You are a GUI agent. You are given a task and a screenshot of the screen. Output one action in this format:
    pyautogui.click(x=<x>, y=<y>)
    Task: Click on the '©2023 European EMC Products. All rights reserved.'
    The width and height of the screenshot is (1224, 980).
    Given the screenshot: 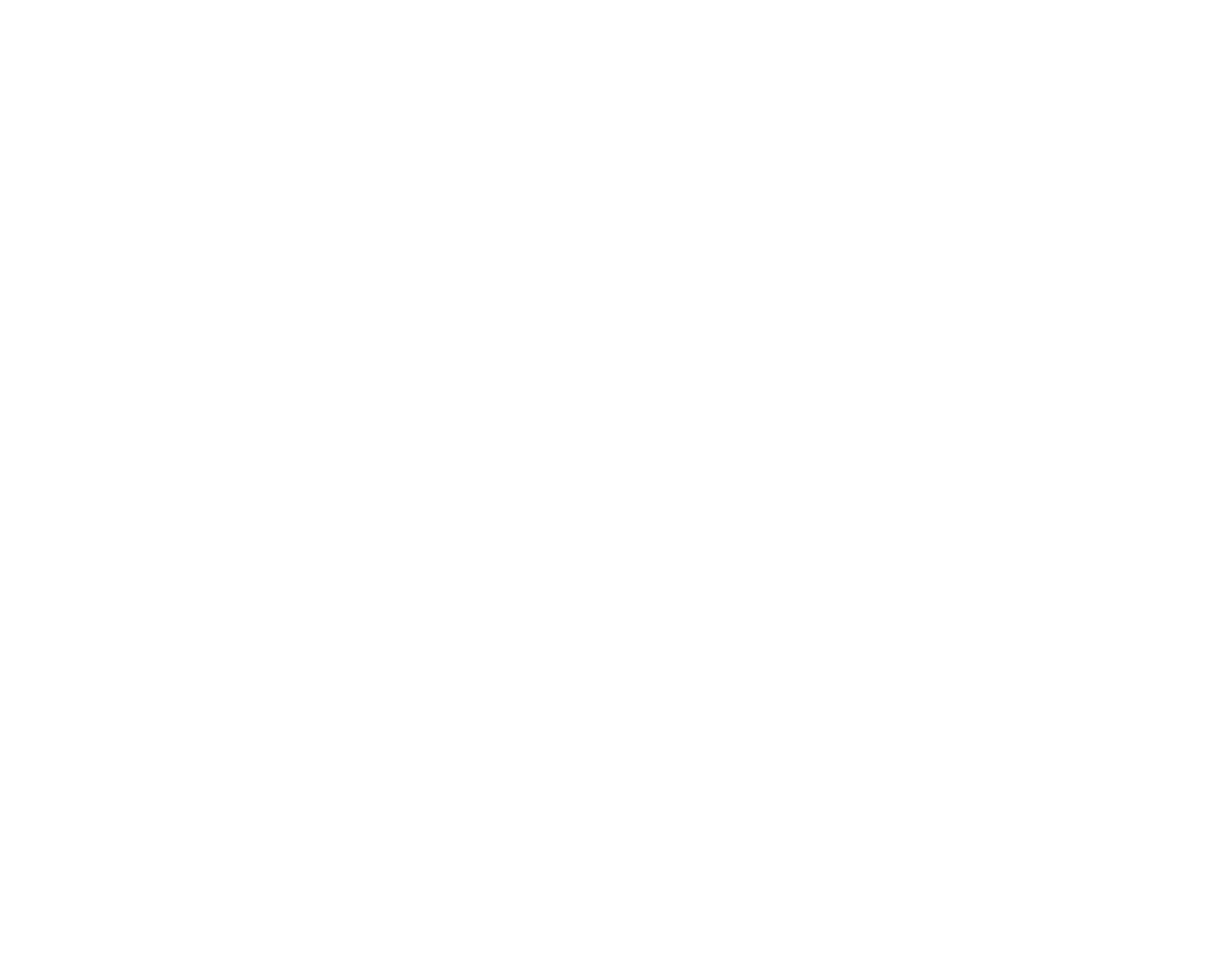 What is the action you would take?
    pyautogui.click(x=144, y=891)
    